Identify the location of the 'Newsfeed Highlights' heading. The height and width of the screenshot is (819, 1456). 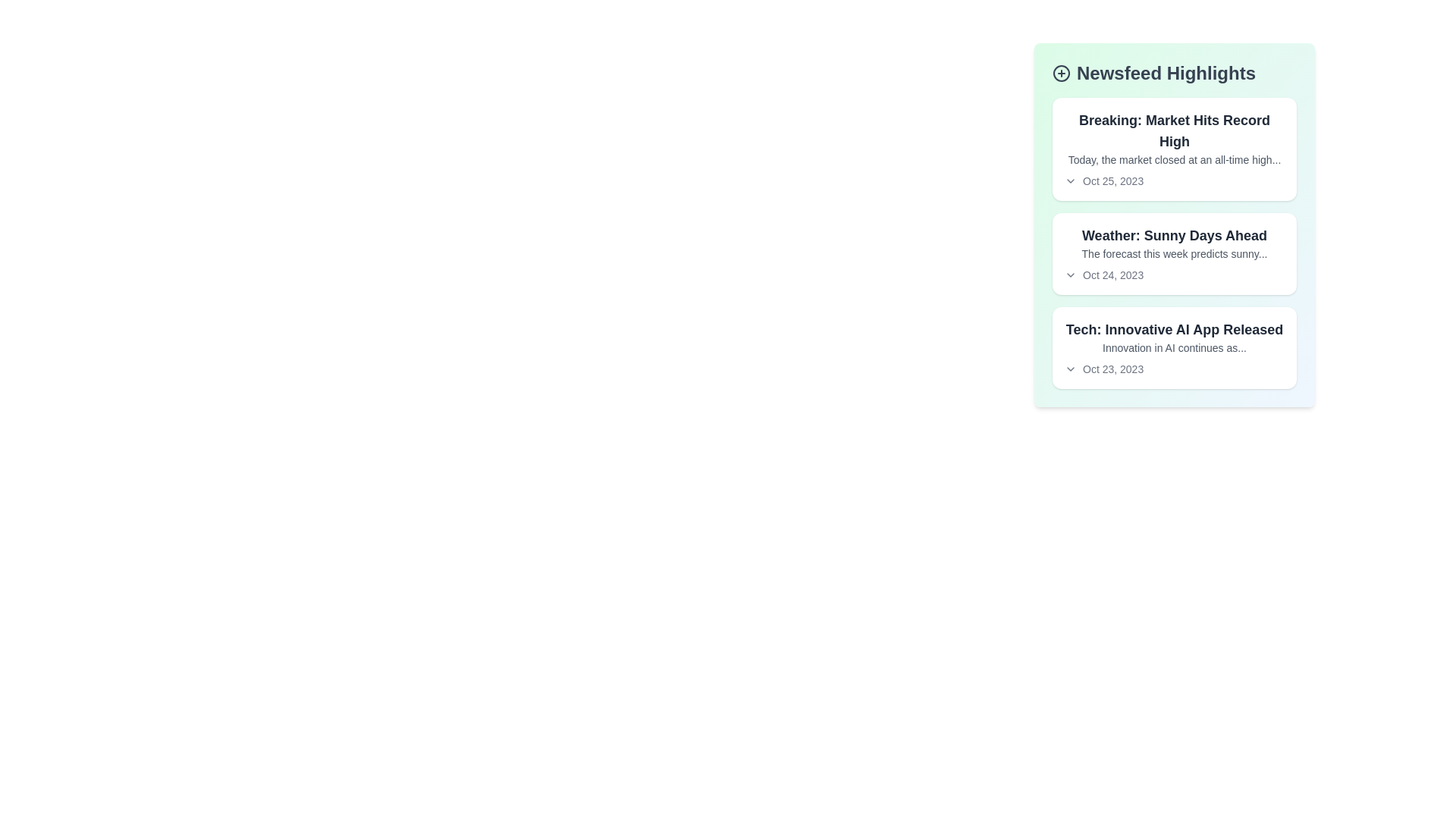
(1174, 73).